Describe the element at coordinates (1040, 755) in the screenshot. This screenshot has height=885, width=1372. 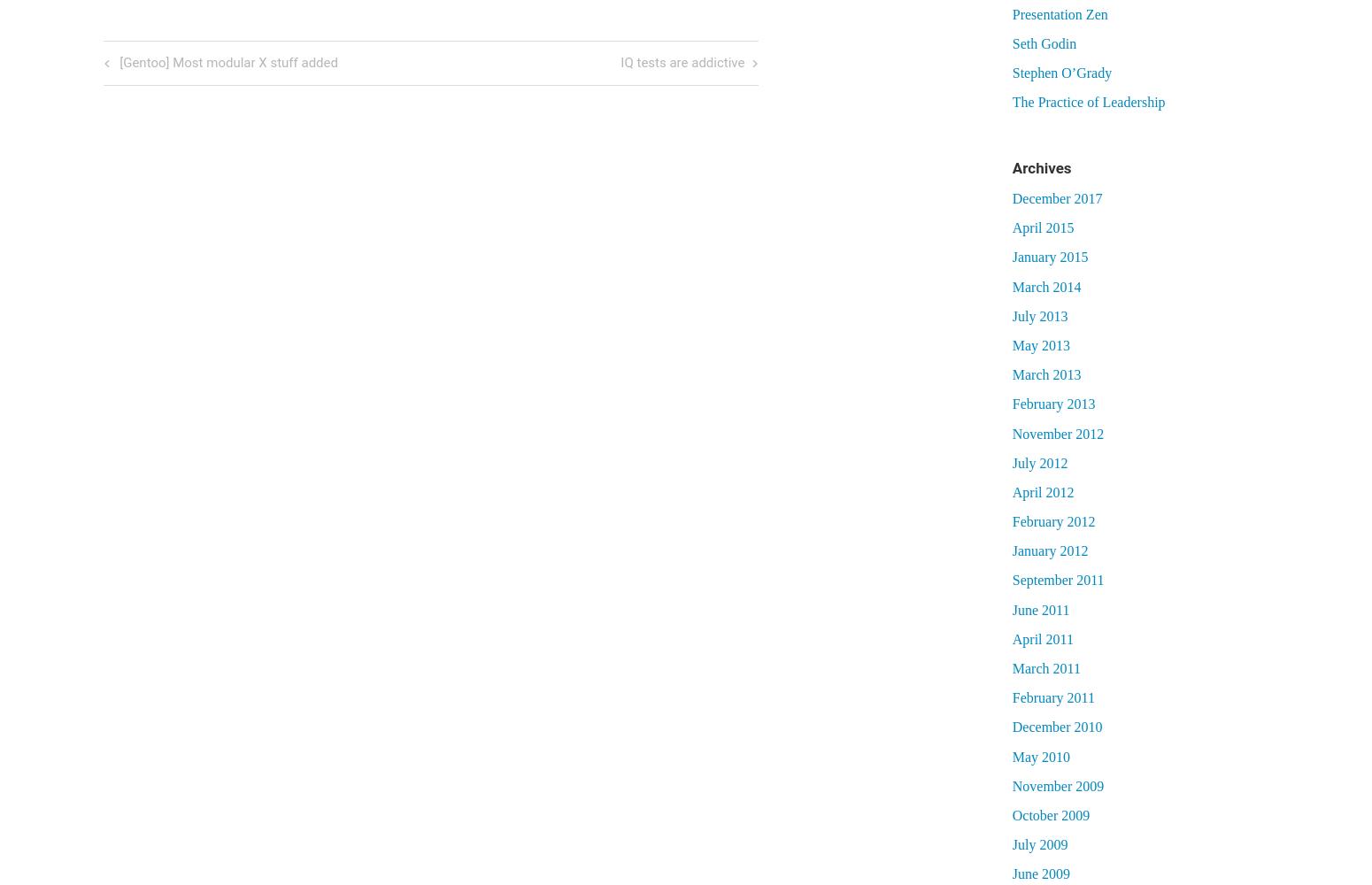
I see `'May 2010'` at that location.